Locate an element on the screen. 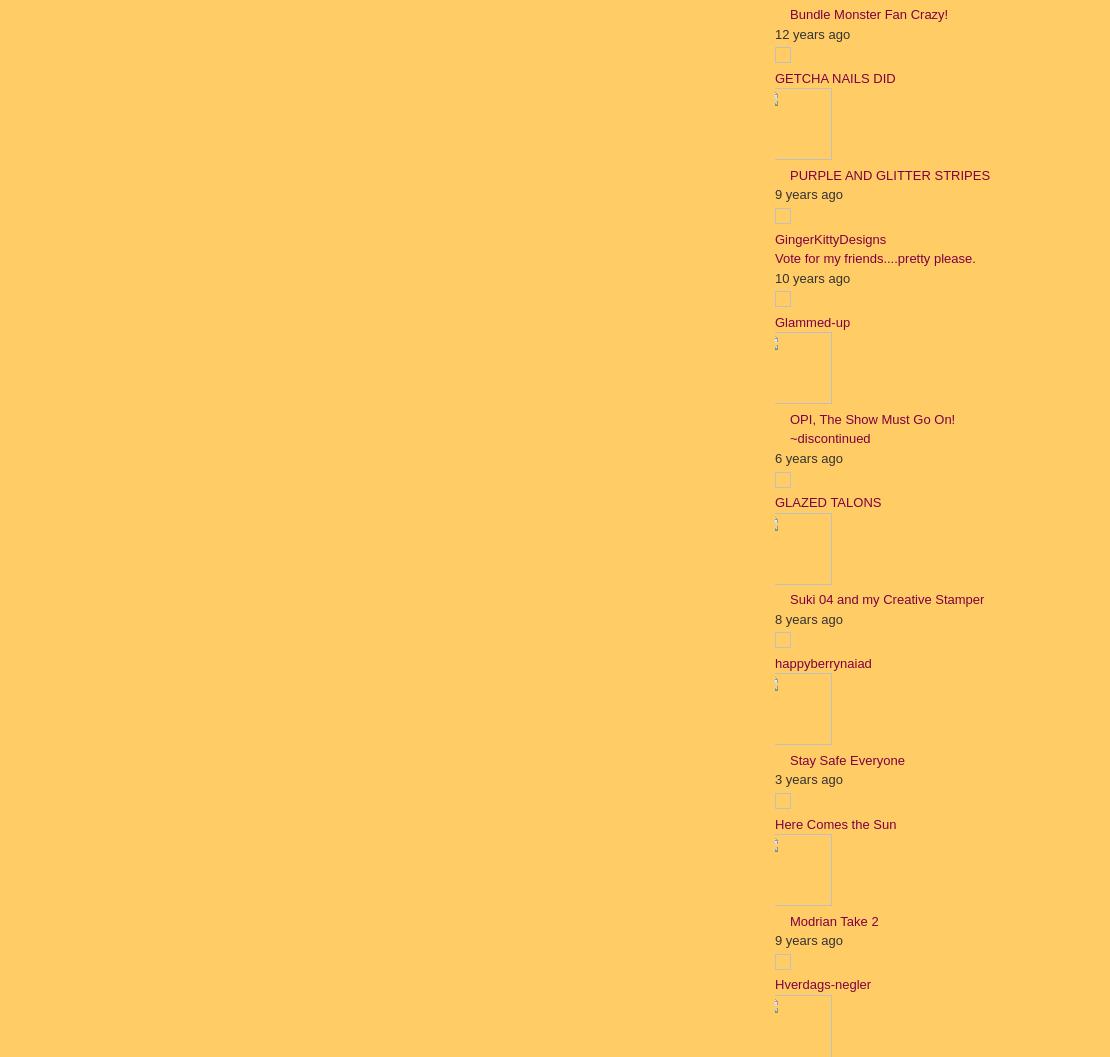 The height and width of the screenshot is (1057, 1110). 'Here Comes the Sun' is located at coordinates (834, 823).